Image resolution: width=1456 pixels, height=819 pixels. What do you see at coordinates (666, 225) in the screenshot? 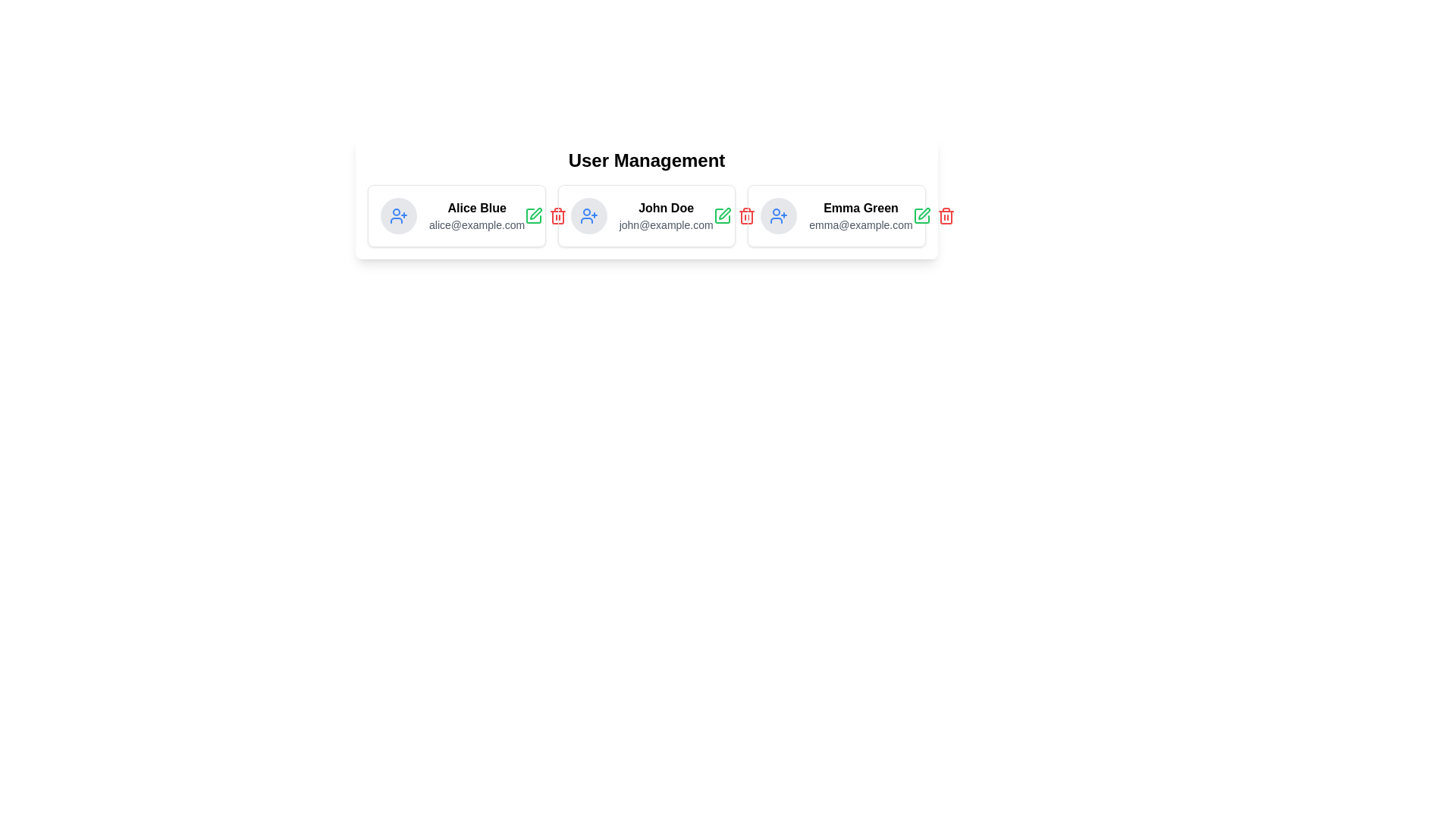
I see `displayed email address from the text label located beneath the 'John Doe' text in the user management section` at bounding box center [666, 225].